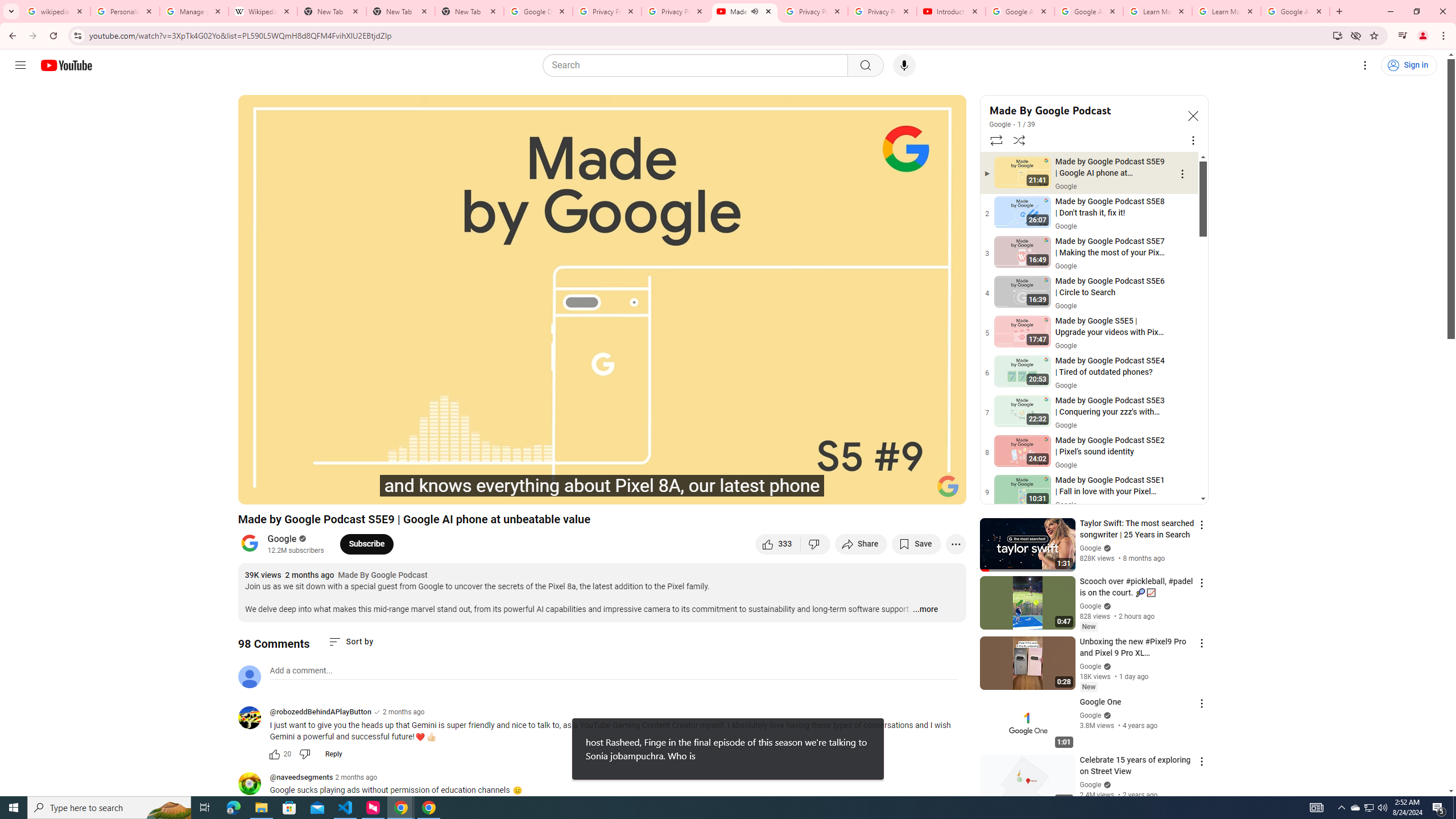 The image size is (1456, 819). Describe the element at coordinates (948, 486) in the screenshot. I see `'Channel watermark'` at that location.